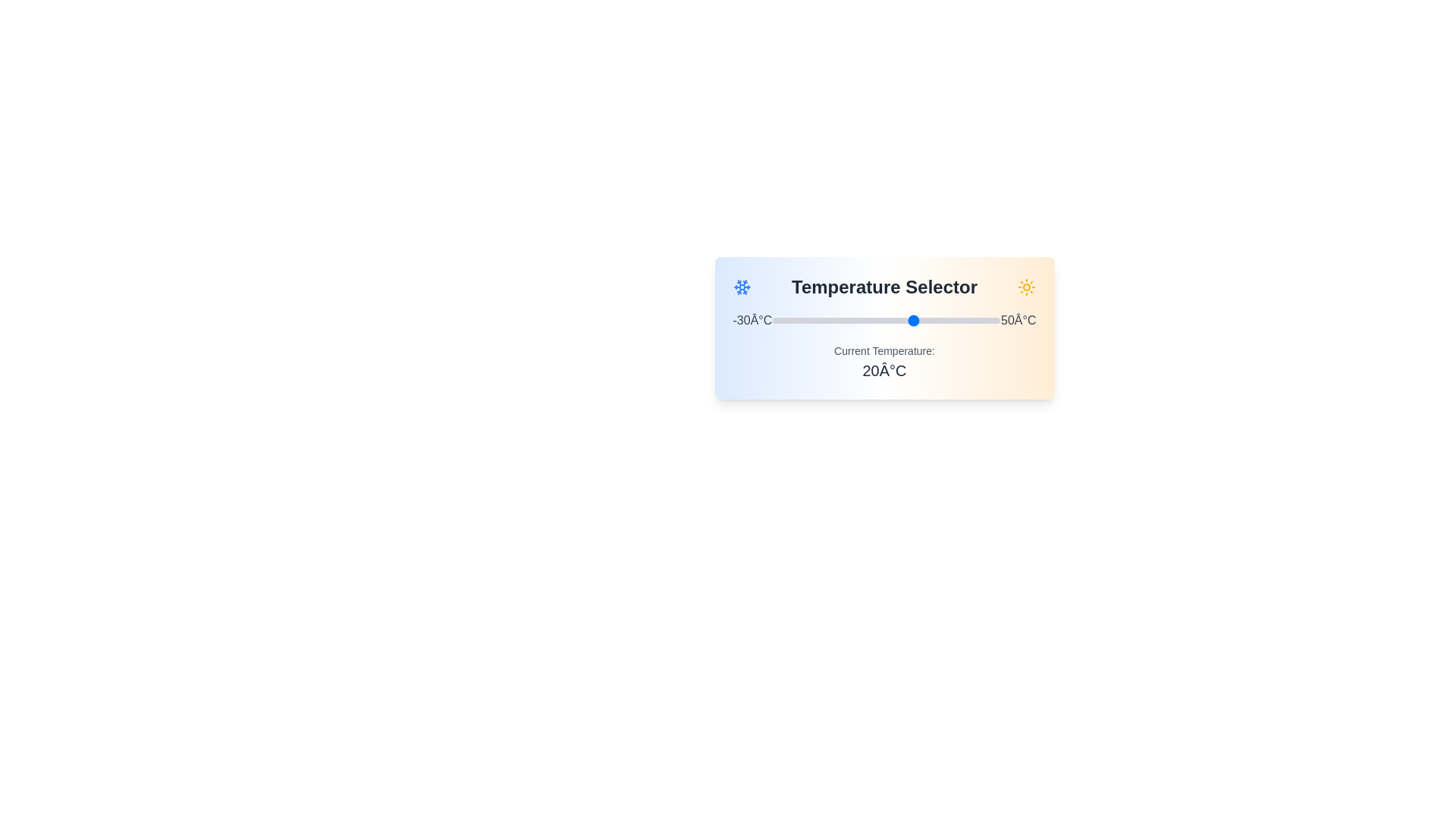 The image size is (1456, 819). What do you see at coordinates (884, 287) in the screenshot?
I see `the static text label indicating the functionality of the temperature selection interface, which is centrally positioned and flanked by a snowflake icon on the left and a sun icon on the right` at bounding box center [884, 287].